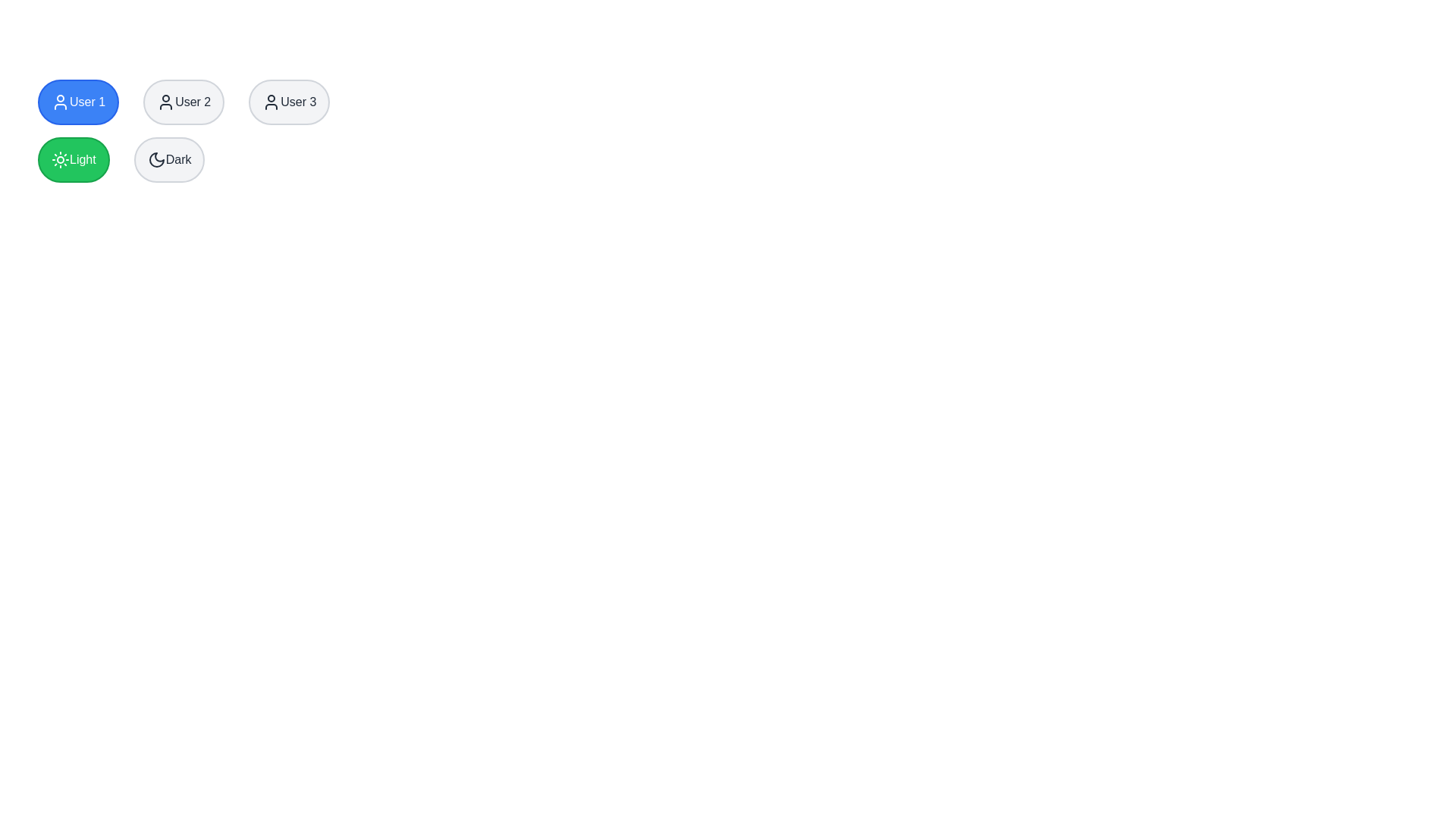  I want to click on the circular button labeled 'User 3' which has a light gray background and a user silhouette icon, so click(289, 102).